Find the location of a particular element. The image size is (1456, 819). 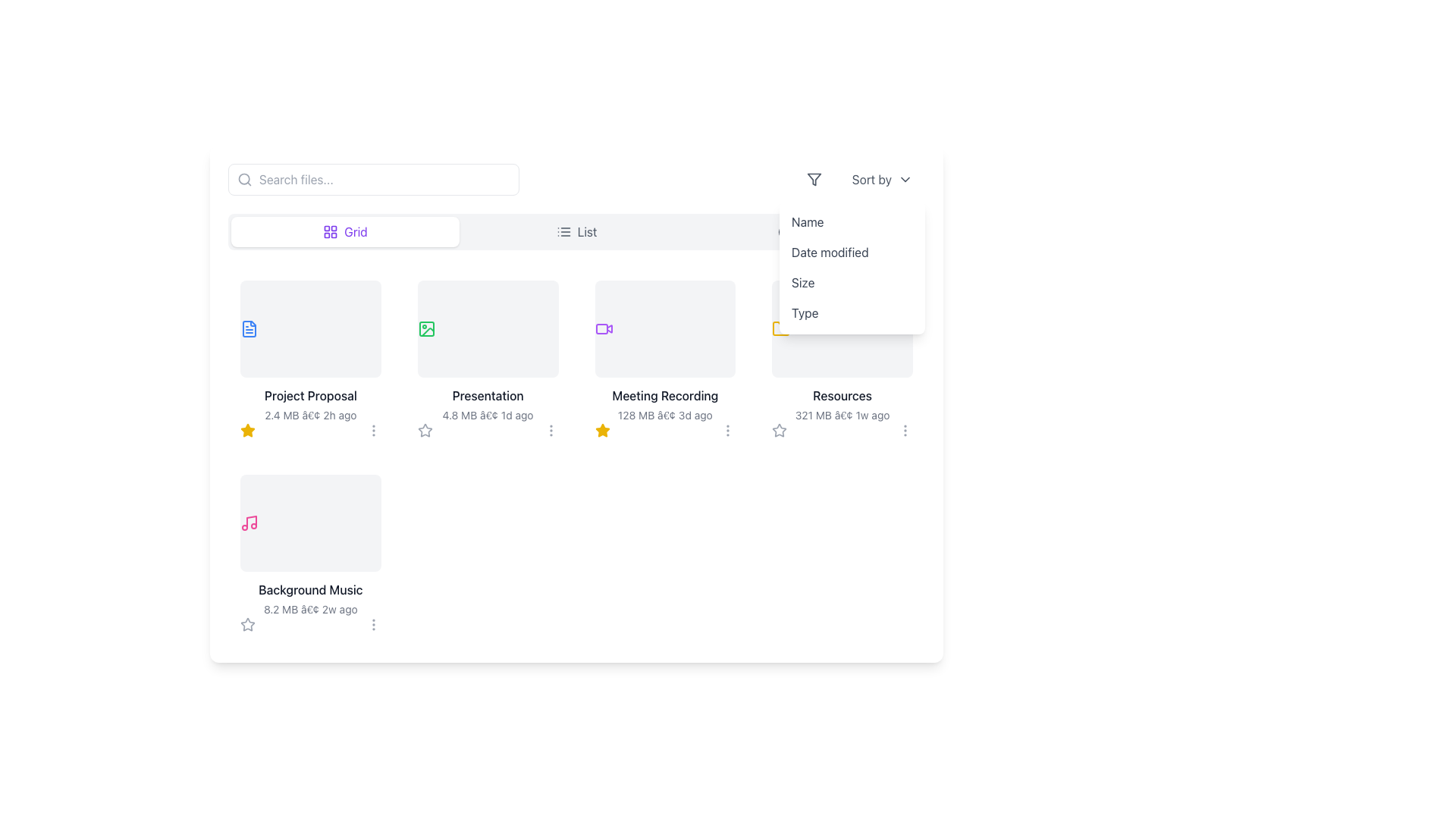

the star-shaped icon representing the rating or favorite marker for the 'Background Music' item is located at coordinates (247, 624).